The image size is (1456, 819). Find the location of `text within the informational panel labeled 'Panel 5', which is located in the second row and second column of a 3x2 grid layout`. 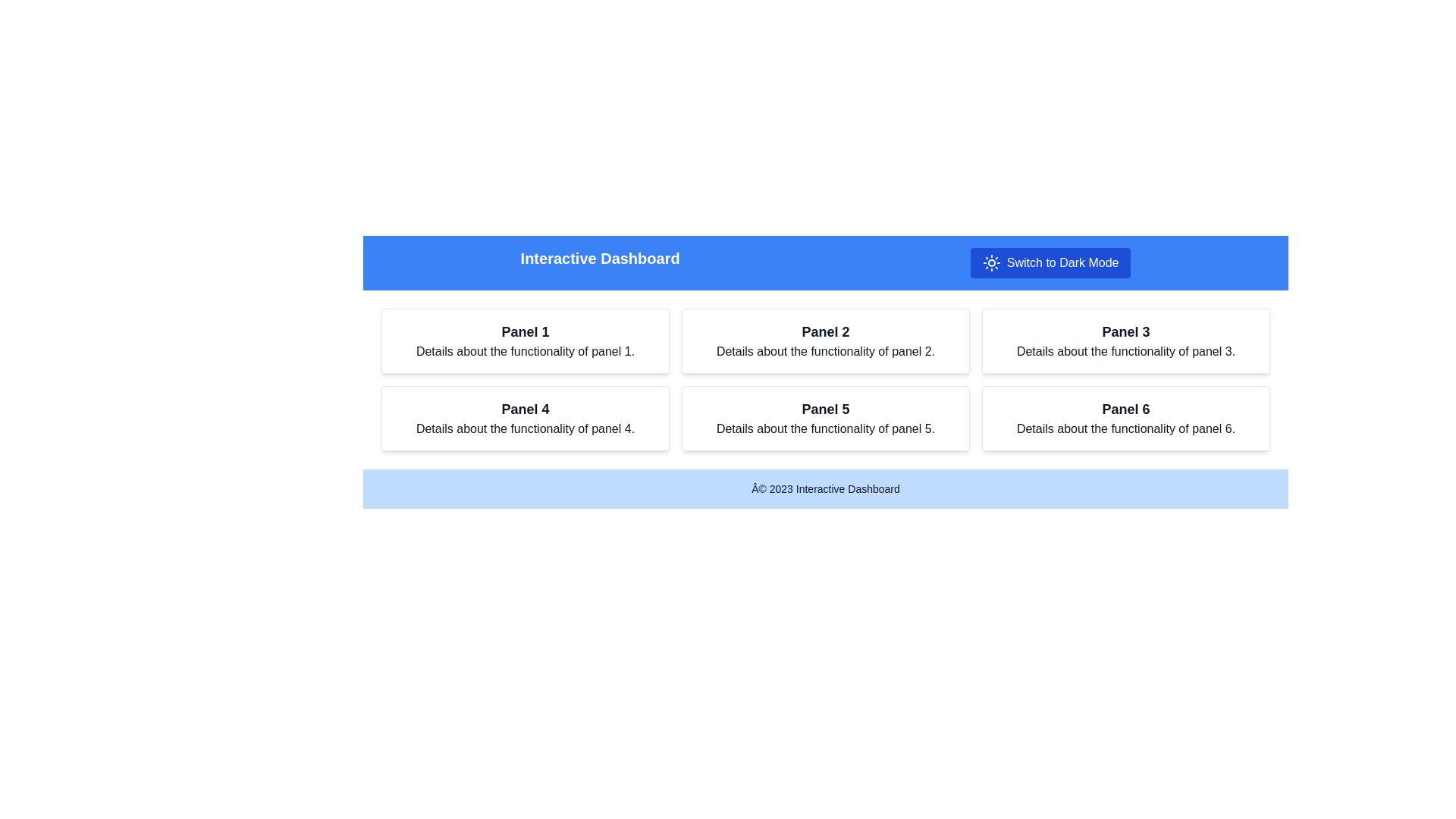

text within the informational panel labeled 'Panel 5', which is located in the second row and second column of a 3x2 grid layout is located at coordinates (825, 418).